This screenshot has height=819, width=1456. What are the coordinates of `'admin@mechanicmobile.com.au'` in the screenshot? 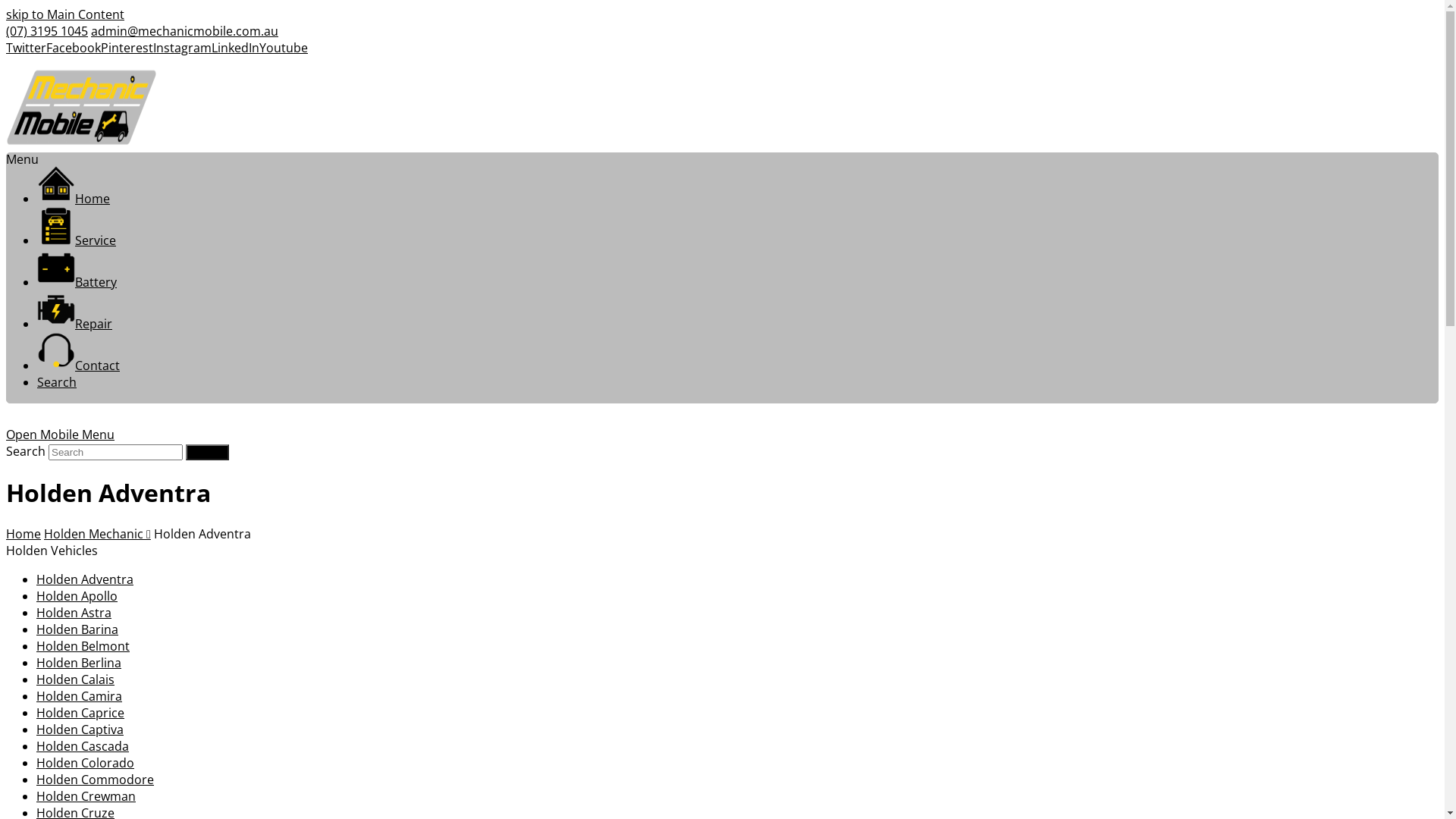 It's located at (184, 31).